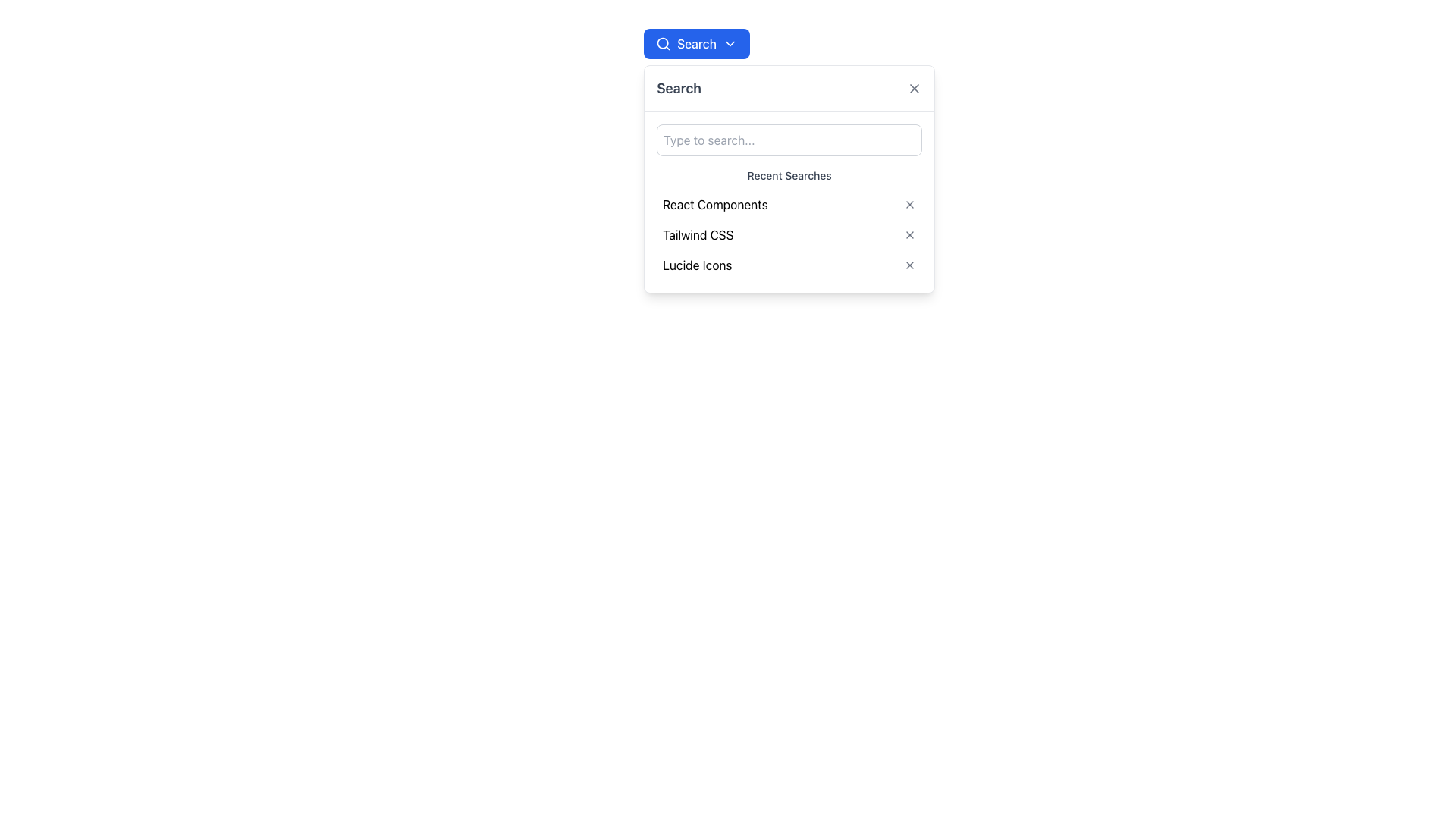 Image resolution: width=1456 pixels, height=819 pixels. I want to click on the 'Lucide Icons' text label in the search dropdown to reinitiate the search, so click(696, 265).